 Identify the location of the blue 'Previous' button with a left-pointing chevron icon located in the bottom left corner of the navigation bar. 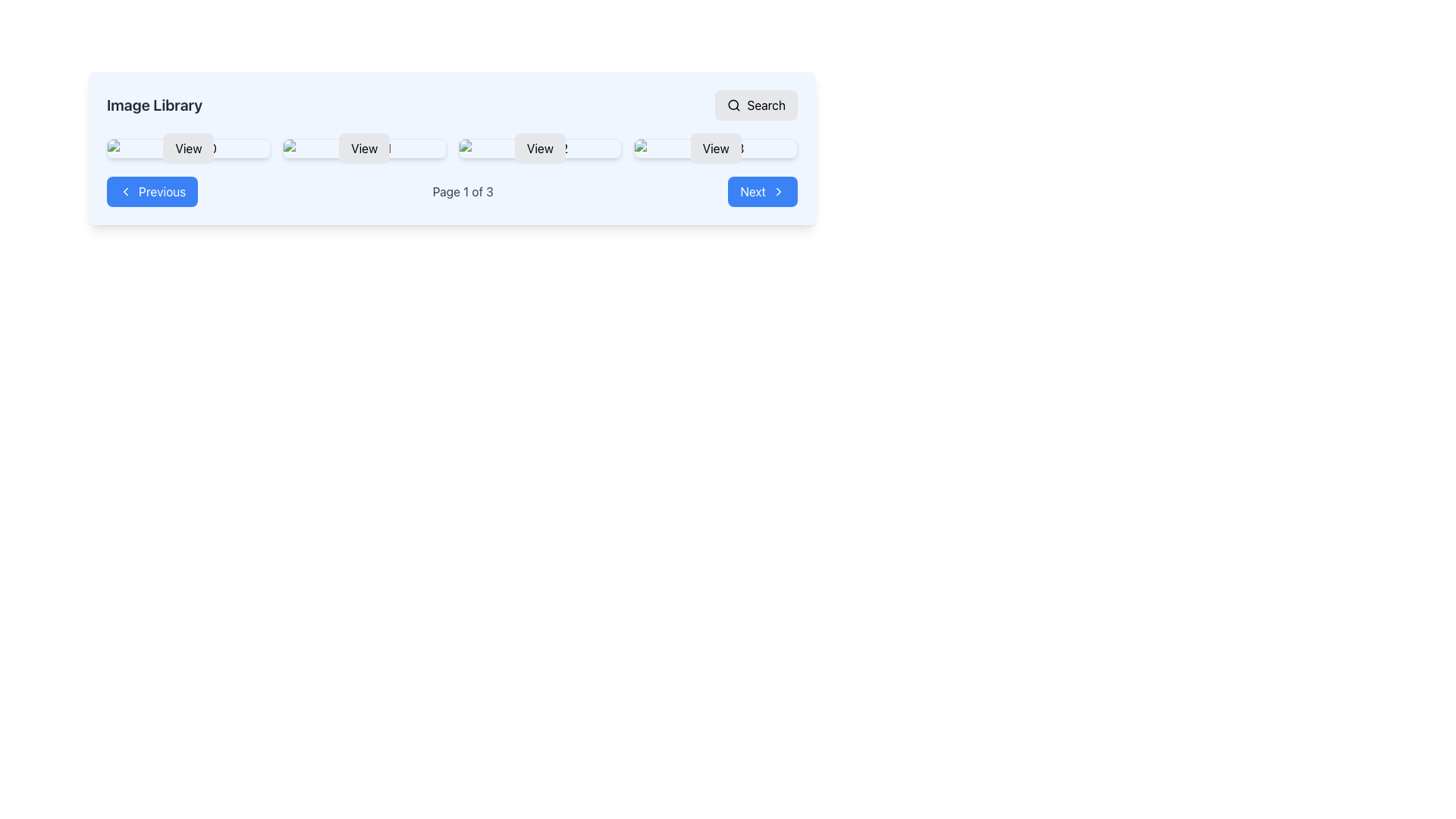
(152, 191).